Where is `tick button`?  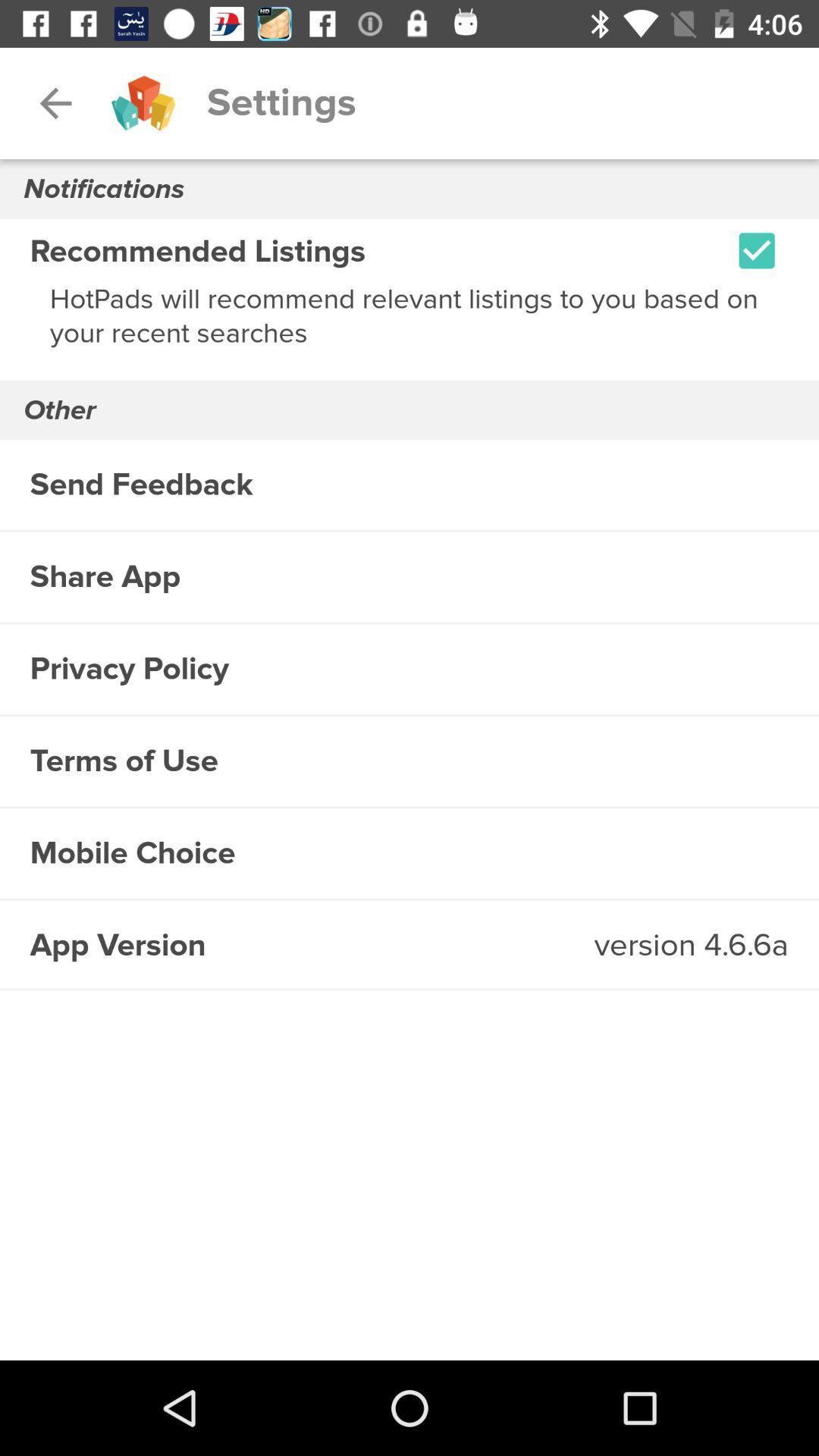
tick button is located at coordinates (757, 250).